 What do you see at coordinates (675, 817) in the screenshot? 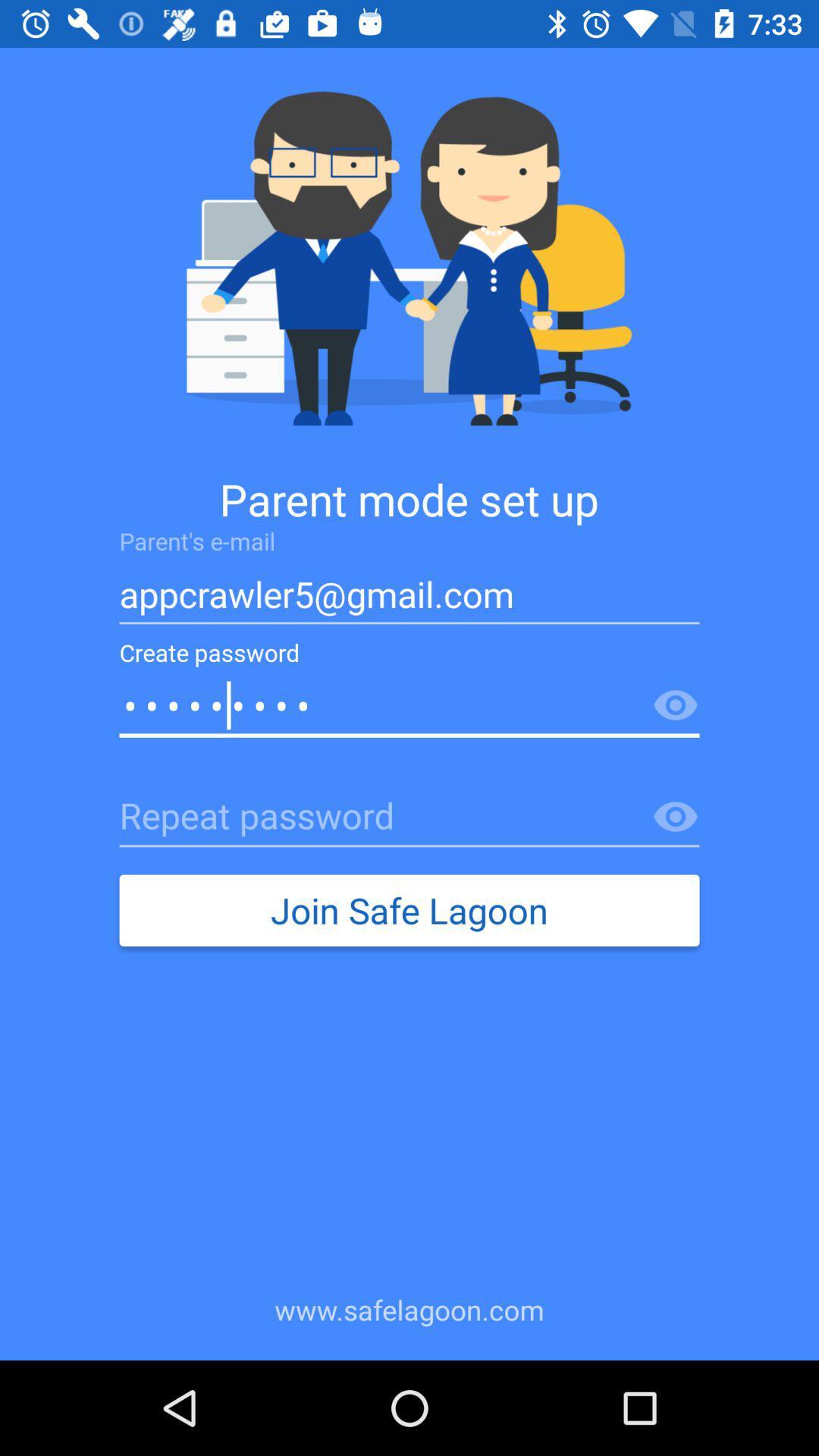
I see `show password` at bounding box center [675, 817].